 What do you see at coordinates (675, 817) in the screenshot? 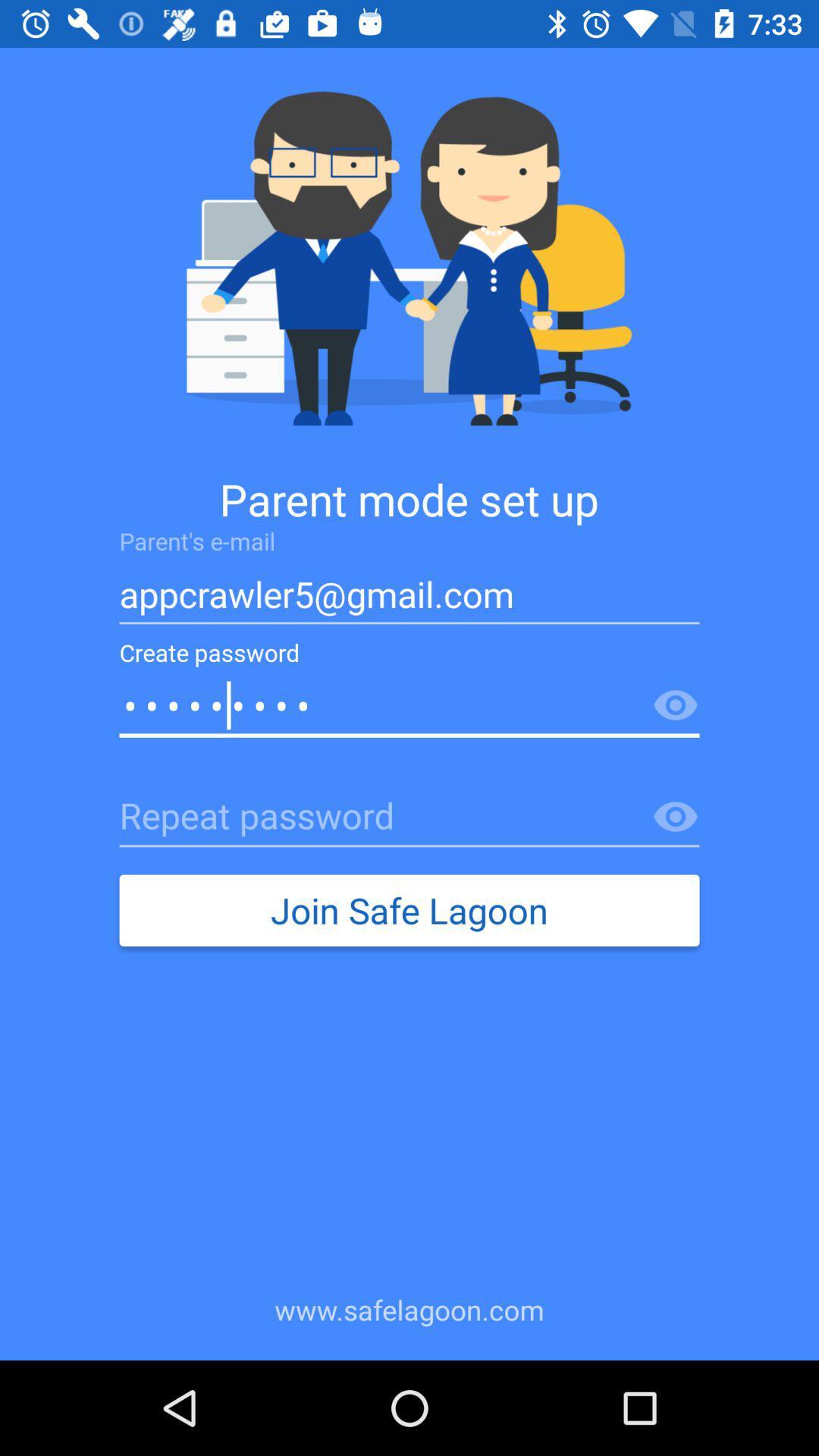
I see `show password` at bounding box center [675, 817].